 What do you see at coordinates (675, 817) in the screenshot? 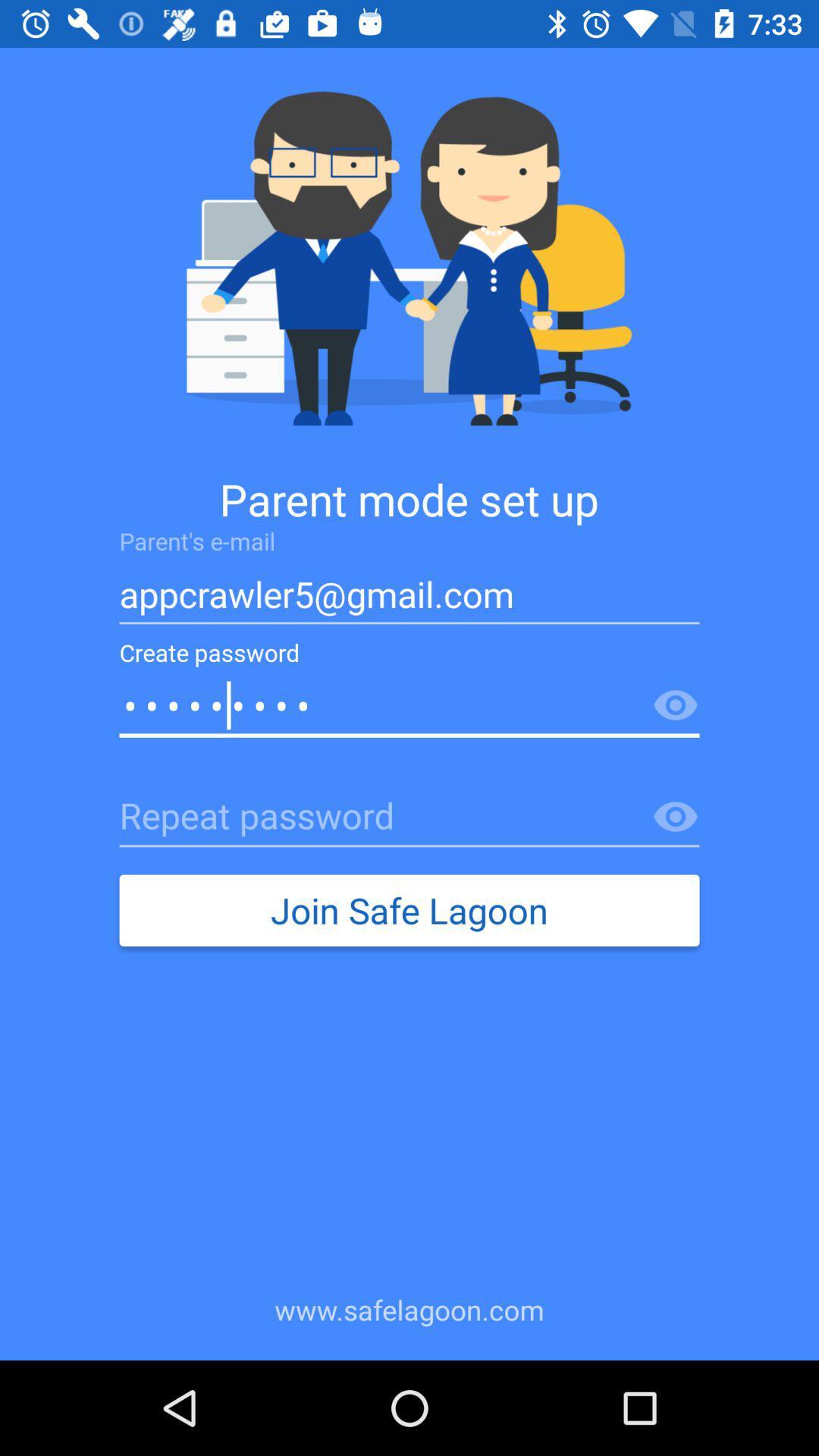
I see `show password` at bounding box center [675, 817].